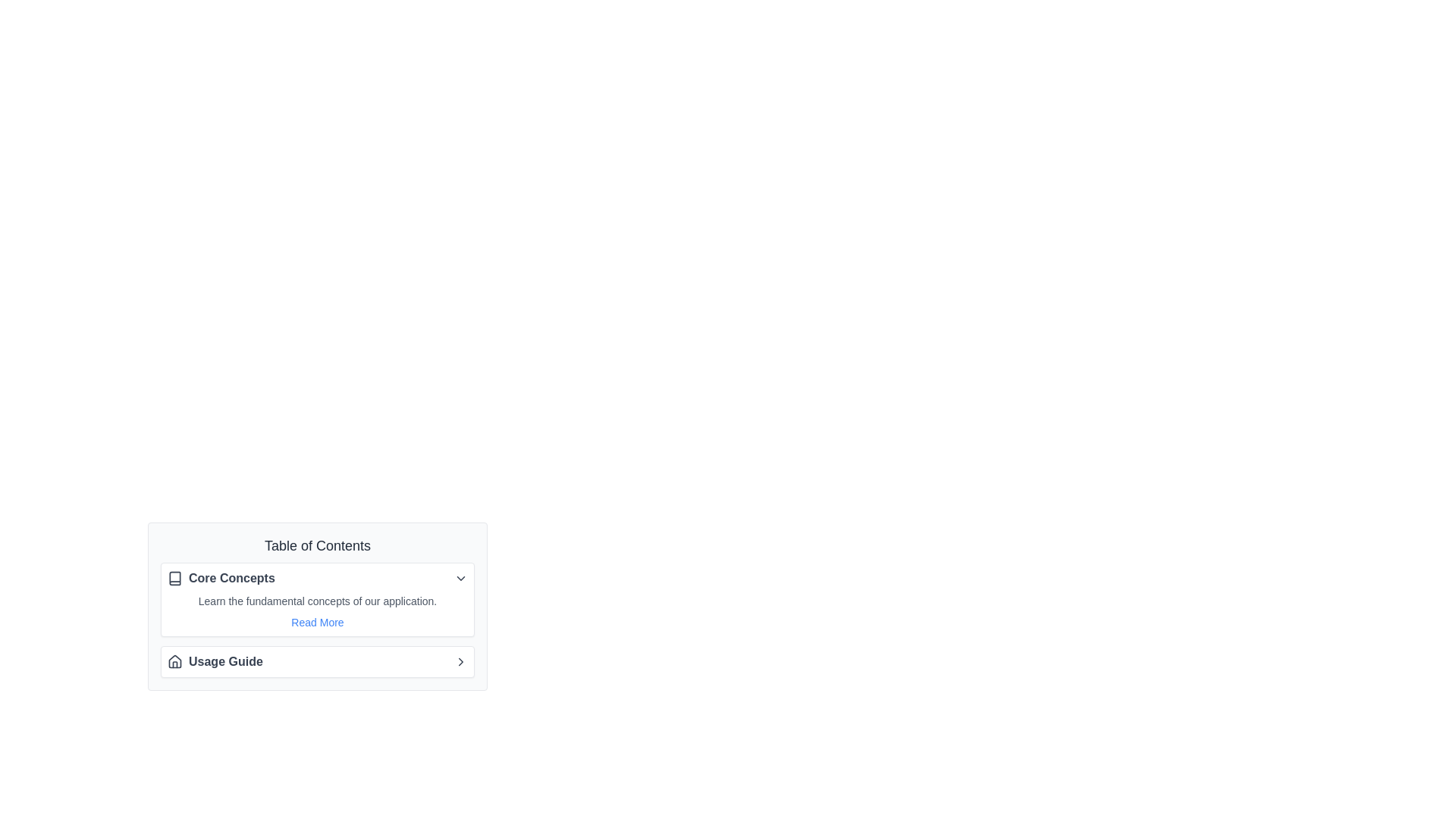 The height and width of the screenshot is (819, 1456). Describe the element at coordinates (224, 661) in the screenshot. I see `the 'Usage Guide' text label, which is part of the navigational links below the 'Core Concepts' section in the 'Table of Contents' card` at that location.